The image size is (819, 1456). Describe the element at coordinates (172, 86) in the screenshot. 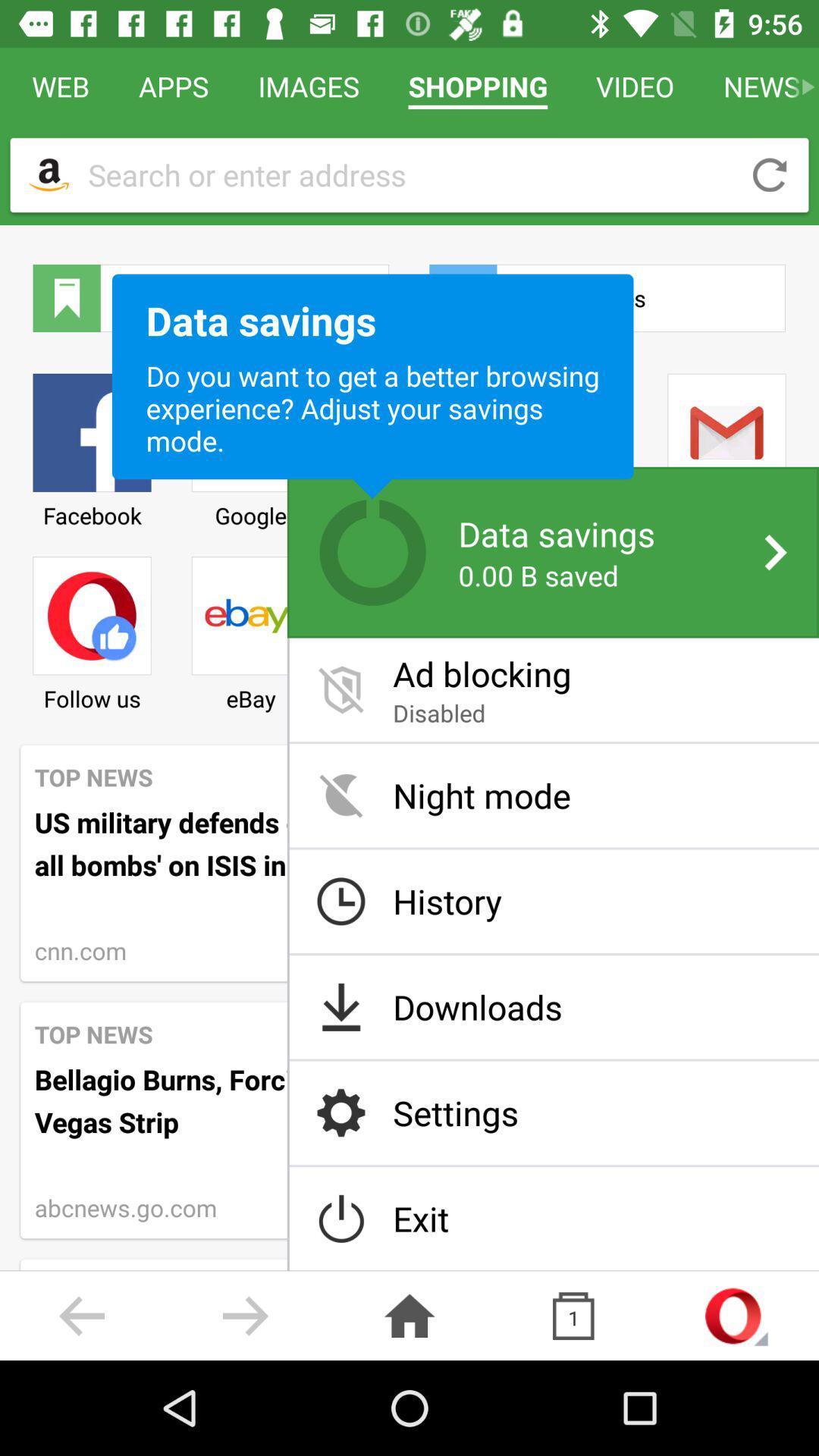

I see `the text right to web at top left of the page` at that location.